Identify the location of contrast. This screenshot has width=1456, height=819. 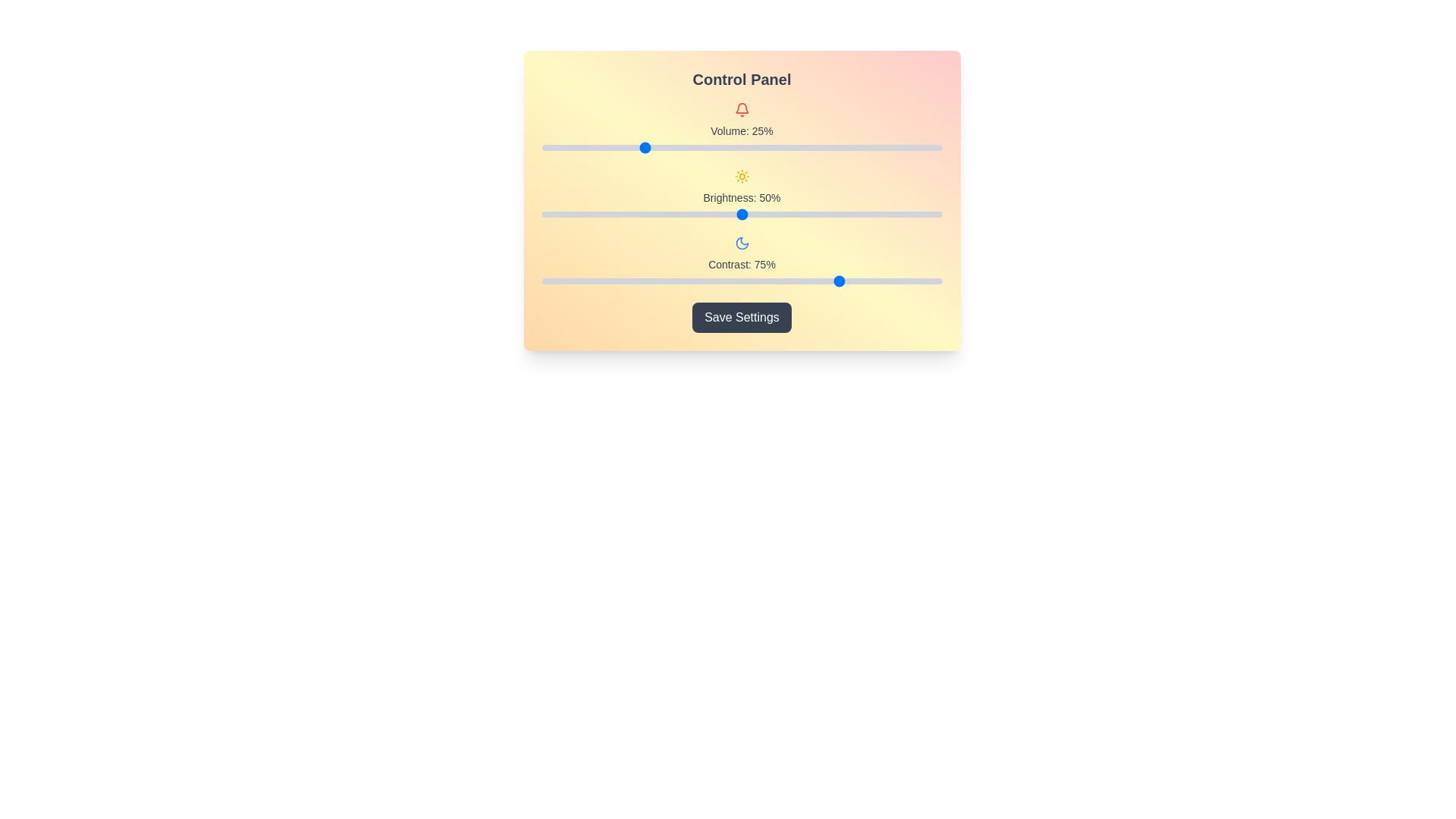
(650, 281).